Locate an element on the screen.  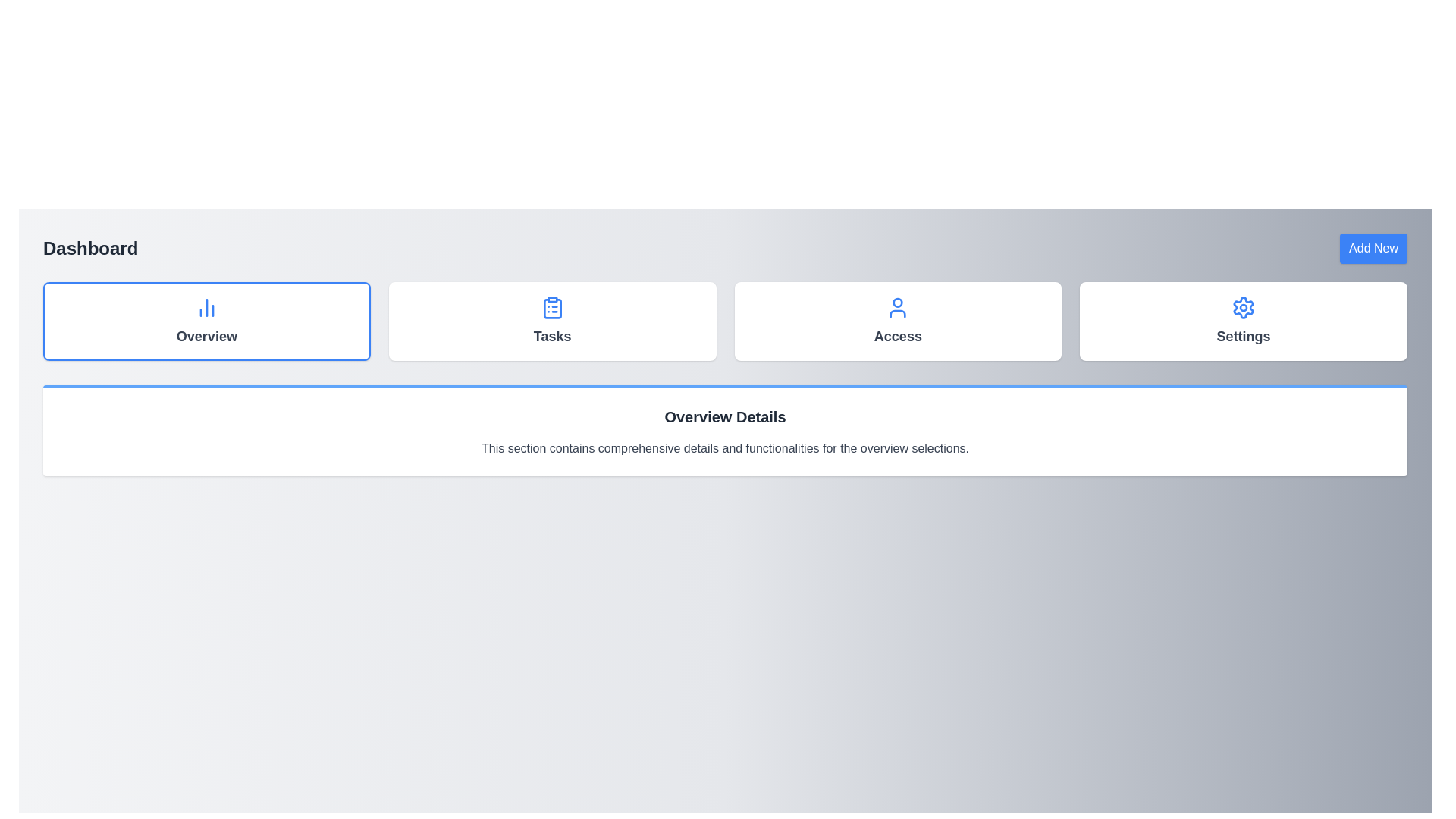
the blue vertical bar chart icon located above the 'Overview' text in the first card of the UI layout is located at coordinates (206, 307).